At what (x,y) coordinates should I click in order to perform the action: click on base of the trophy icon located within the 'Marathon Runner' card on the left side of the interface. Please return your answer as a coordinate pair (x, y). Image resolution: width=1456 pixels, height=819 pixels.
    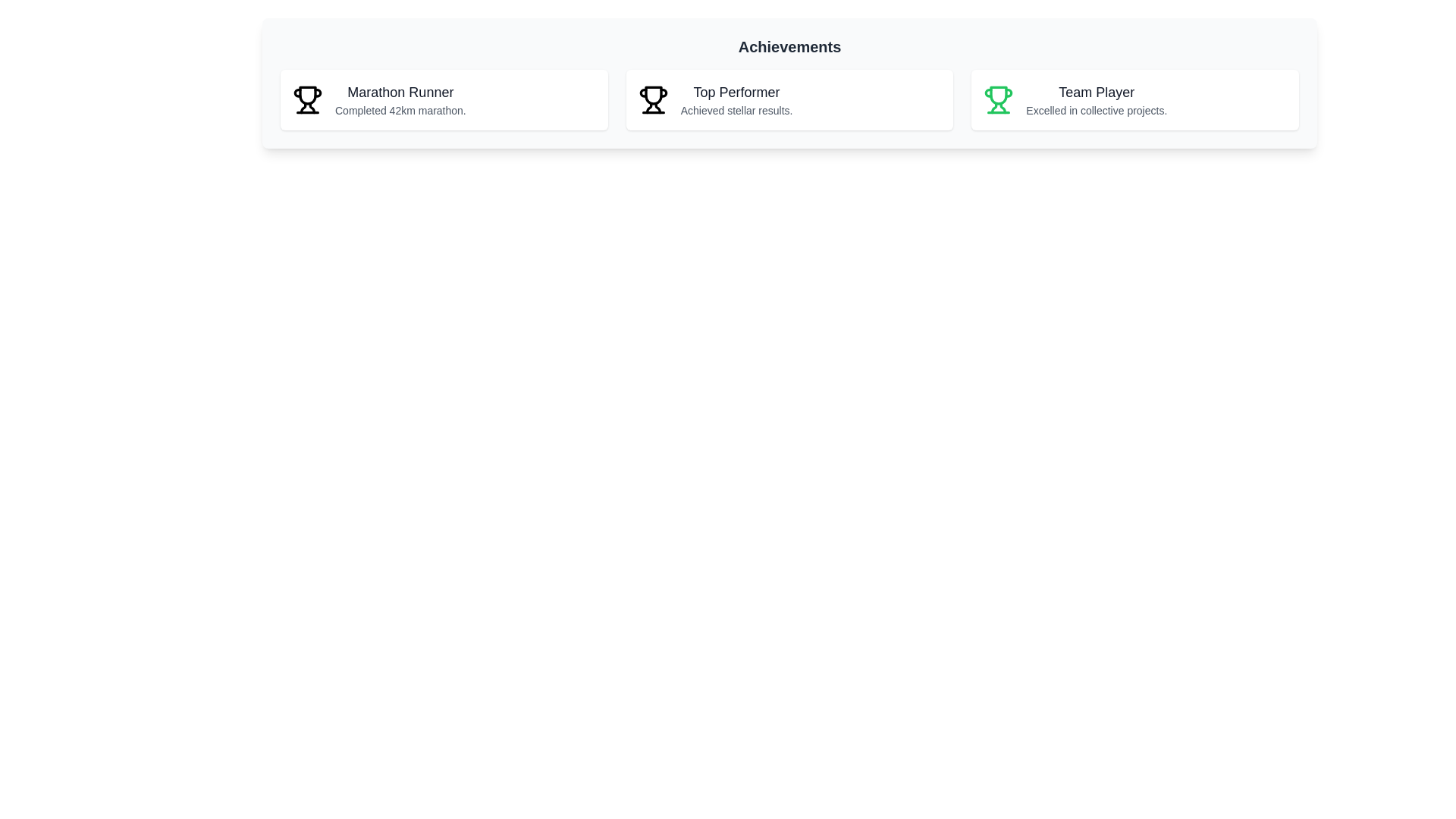
    Looking at the image, I should click on (311, 107).